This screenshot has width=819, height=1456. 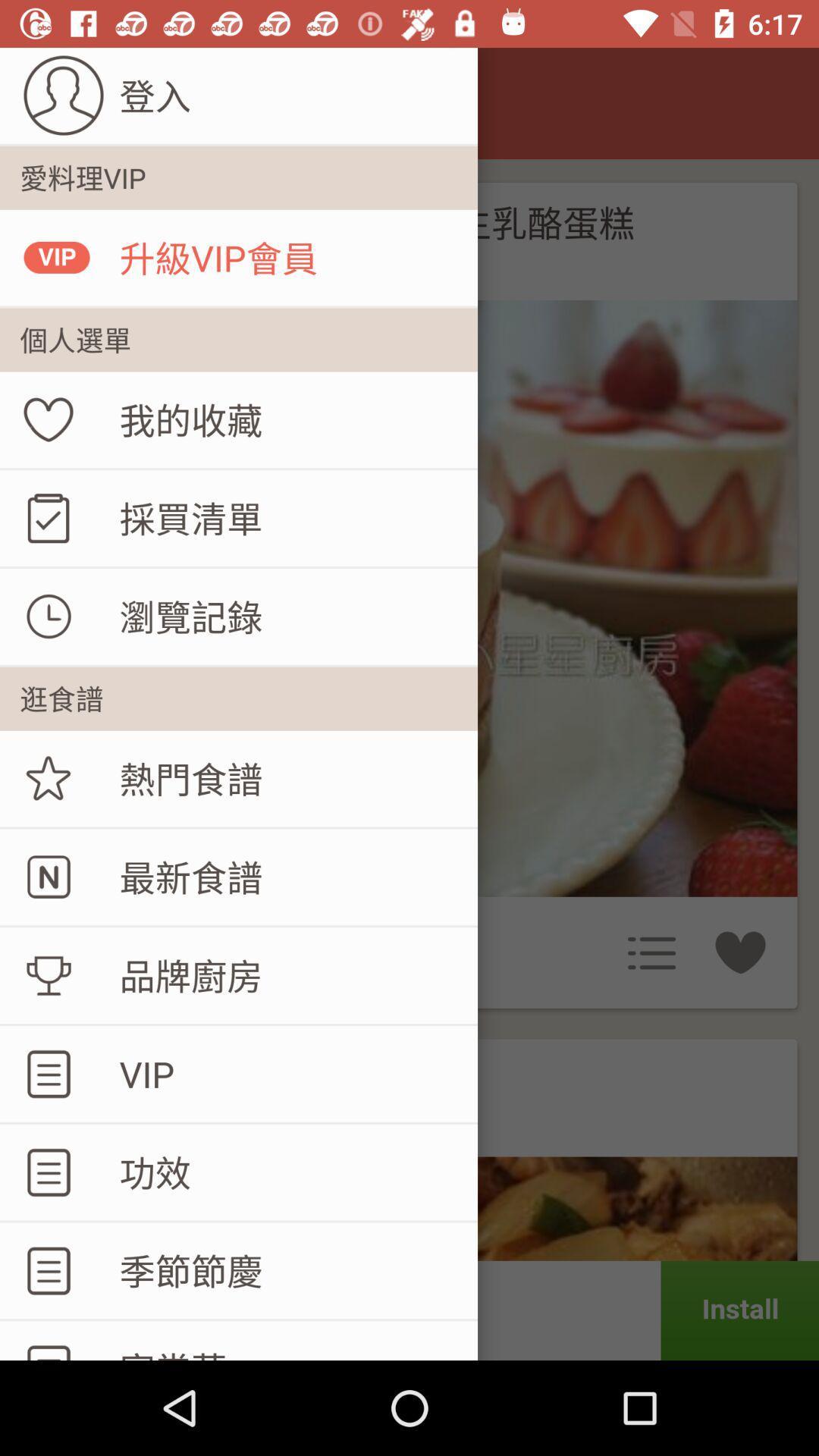 I want to click on the timer icon, so click(x=49, y=616).